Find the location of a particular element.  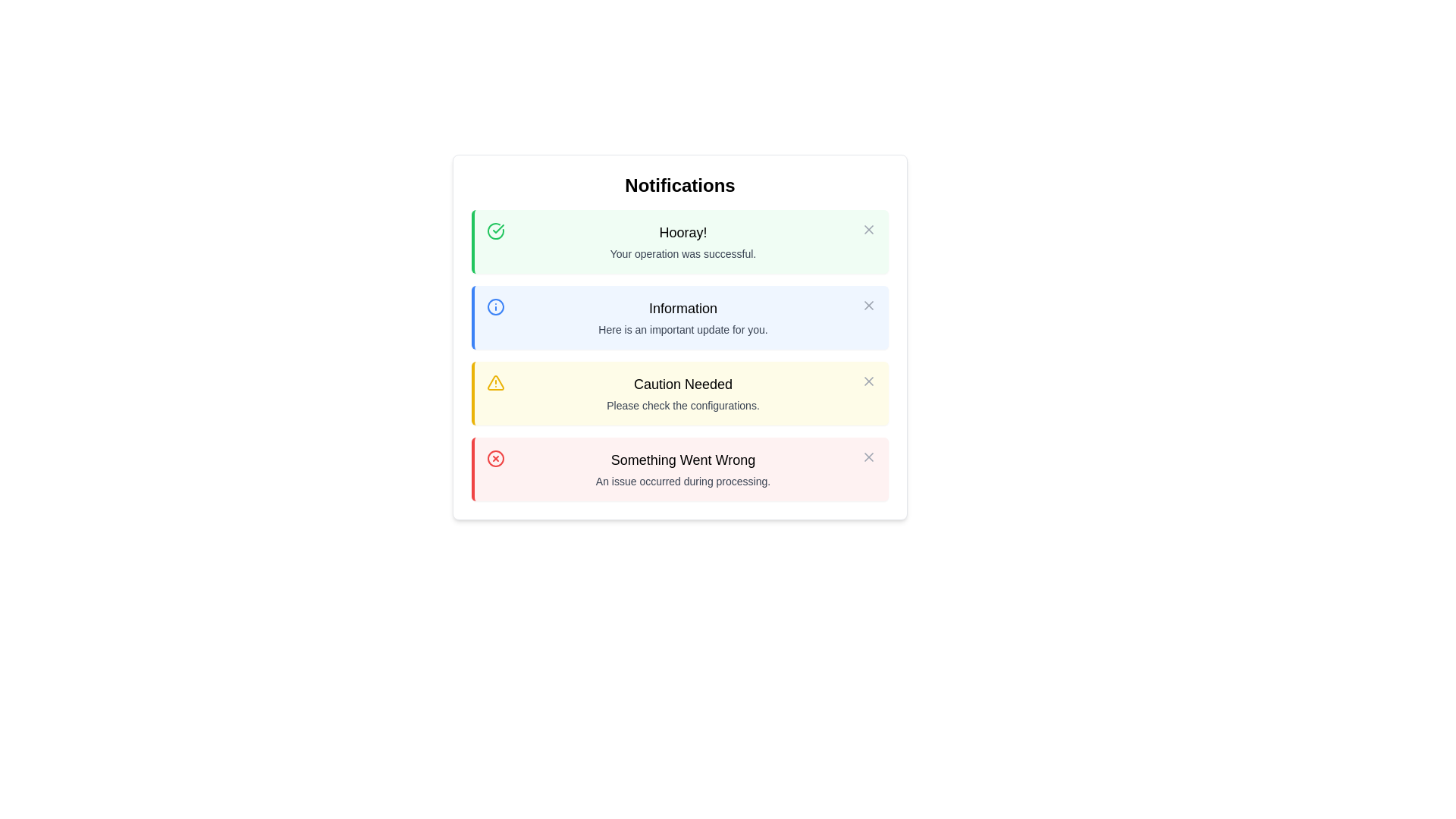

the error icon located on the right side of the red notification panel titled 'Something Went Wrong', positioned near the top-right corner is located at coordinates (495, 458).